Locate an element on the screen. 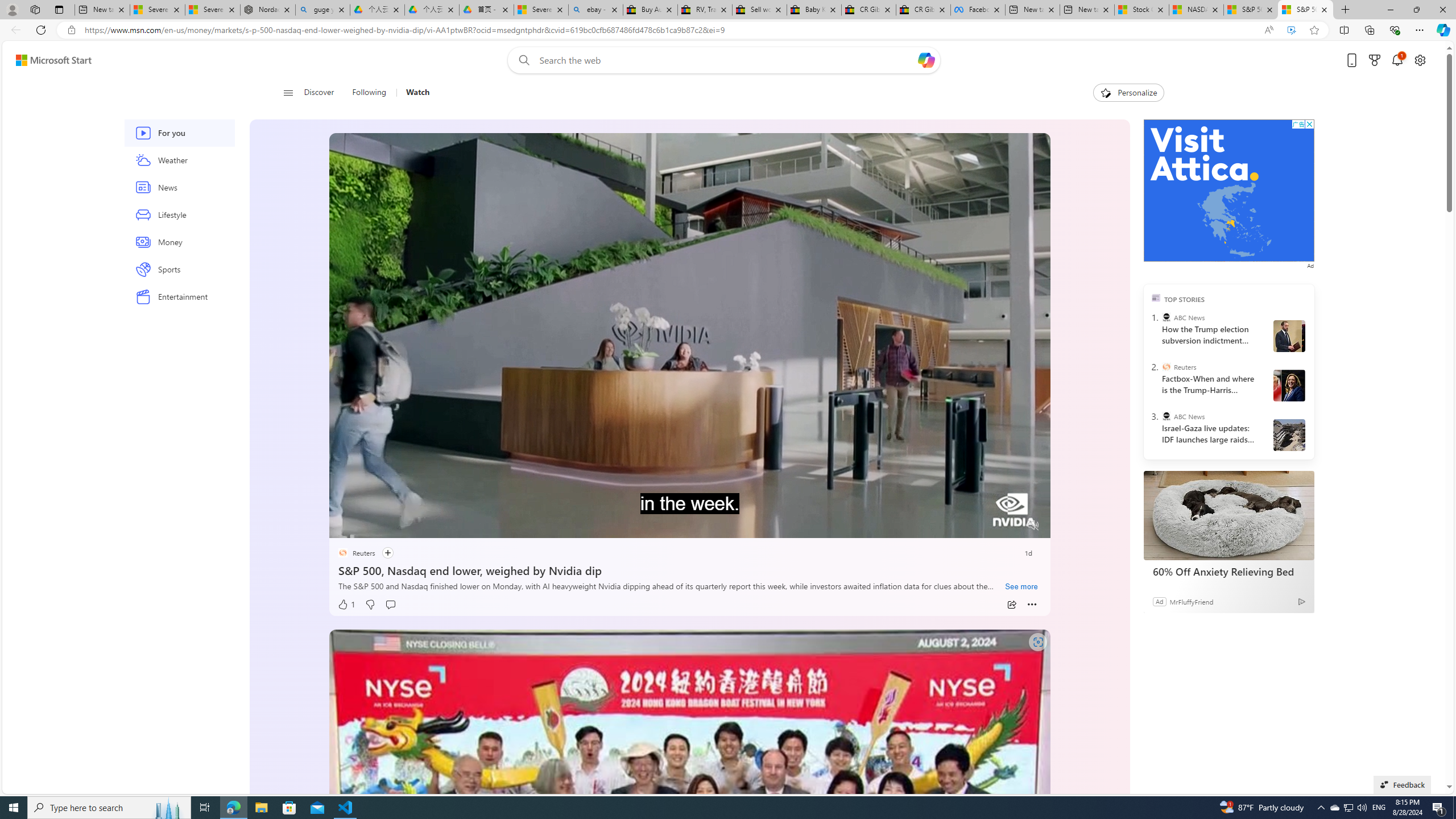  'Buy Auto Parts & Accessories | eBay' is located at coordinates (651, 9).